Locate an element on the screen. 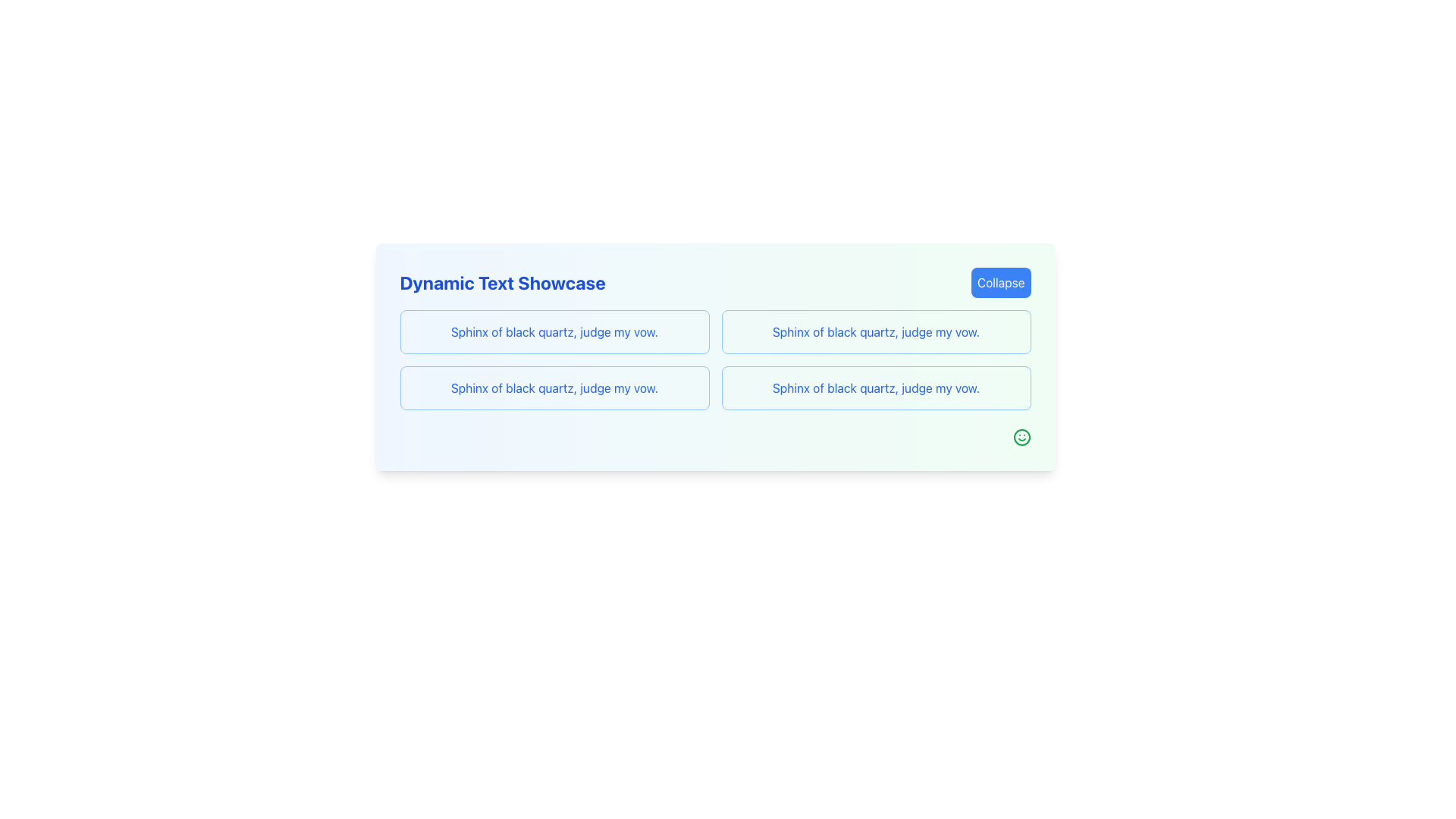  the Circle graphic that serves as the circular base of the smiley face SVG icon located in the bottom-right corner of the user interface is located at coordinates (1021, 438).